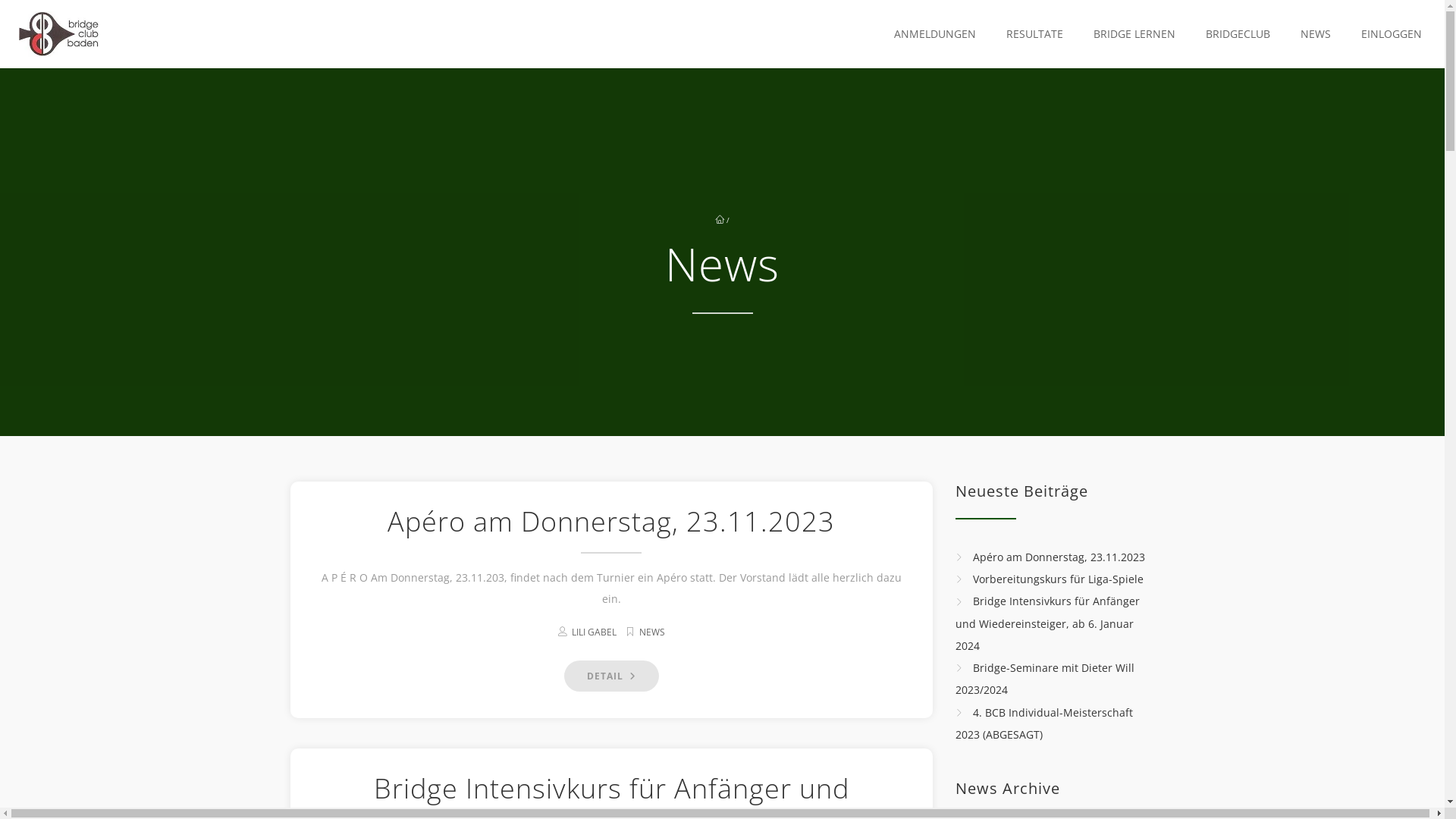 The width and height of the screenshot is (1456, 819). Describe the element at coordinates (1043, 722) in the screenshot. I see `'4. BCB Individual-Meisterschaft 2023 (ABGESAGT)'` at that location.